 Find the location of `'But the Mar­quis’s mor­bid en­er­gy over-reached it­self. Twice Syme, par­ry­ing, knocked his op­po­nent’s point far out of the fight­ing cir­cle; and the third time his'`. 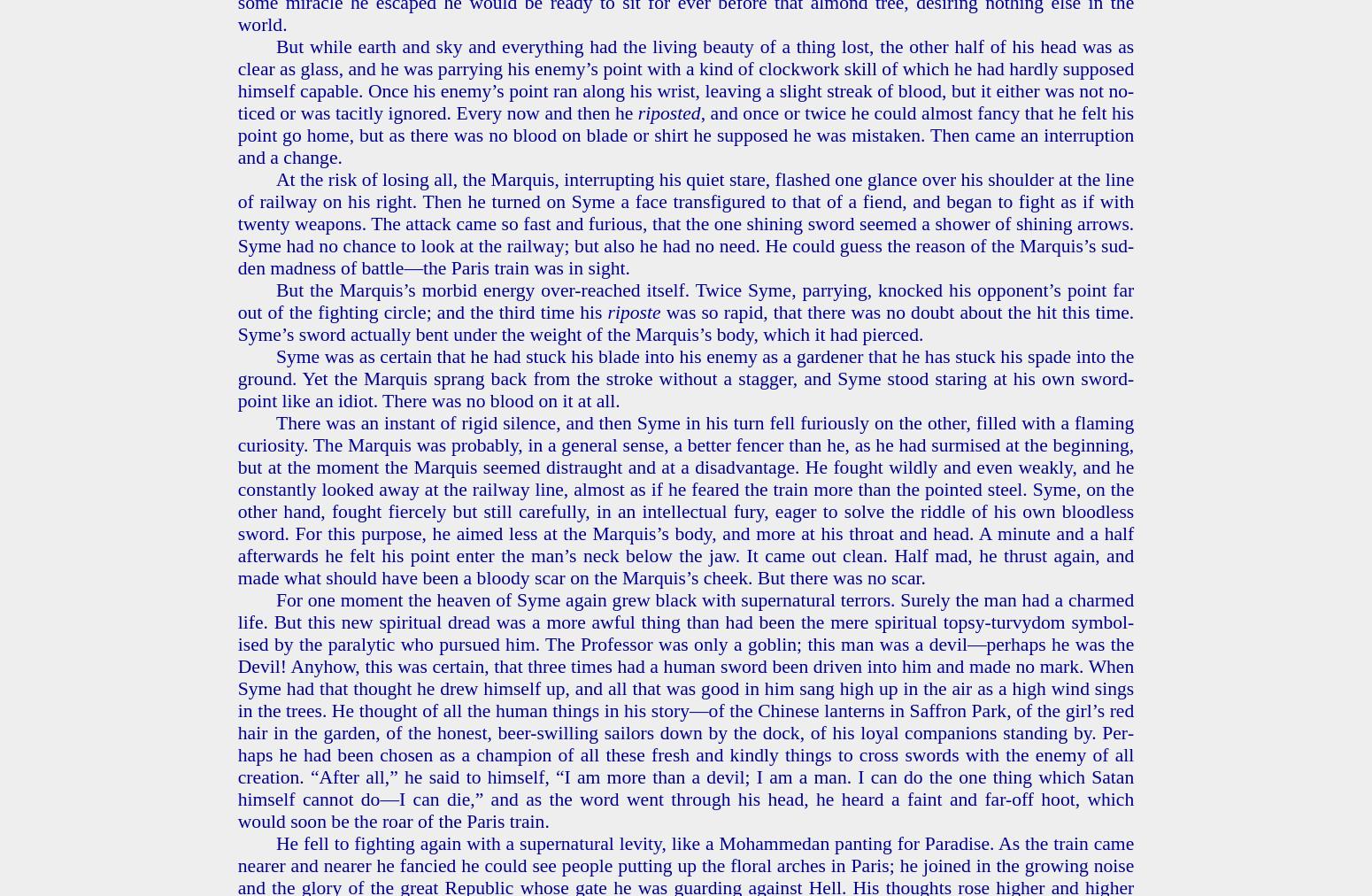

'But the Mar­quis’s mor­bid en­er­gy over-reached it­self. Twice Syme, par­ry­ing, knocked his op­po­nent’s point far out of the fight­ing cir­cle; and the third time his' is located at coordinates (685, 299).